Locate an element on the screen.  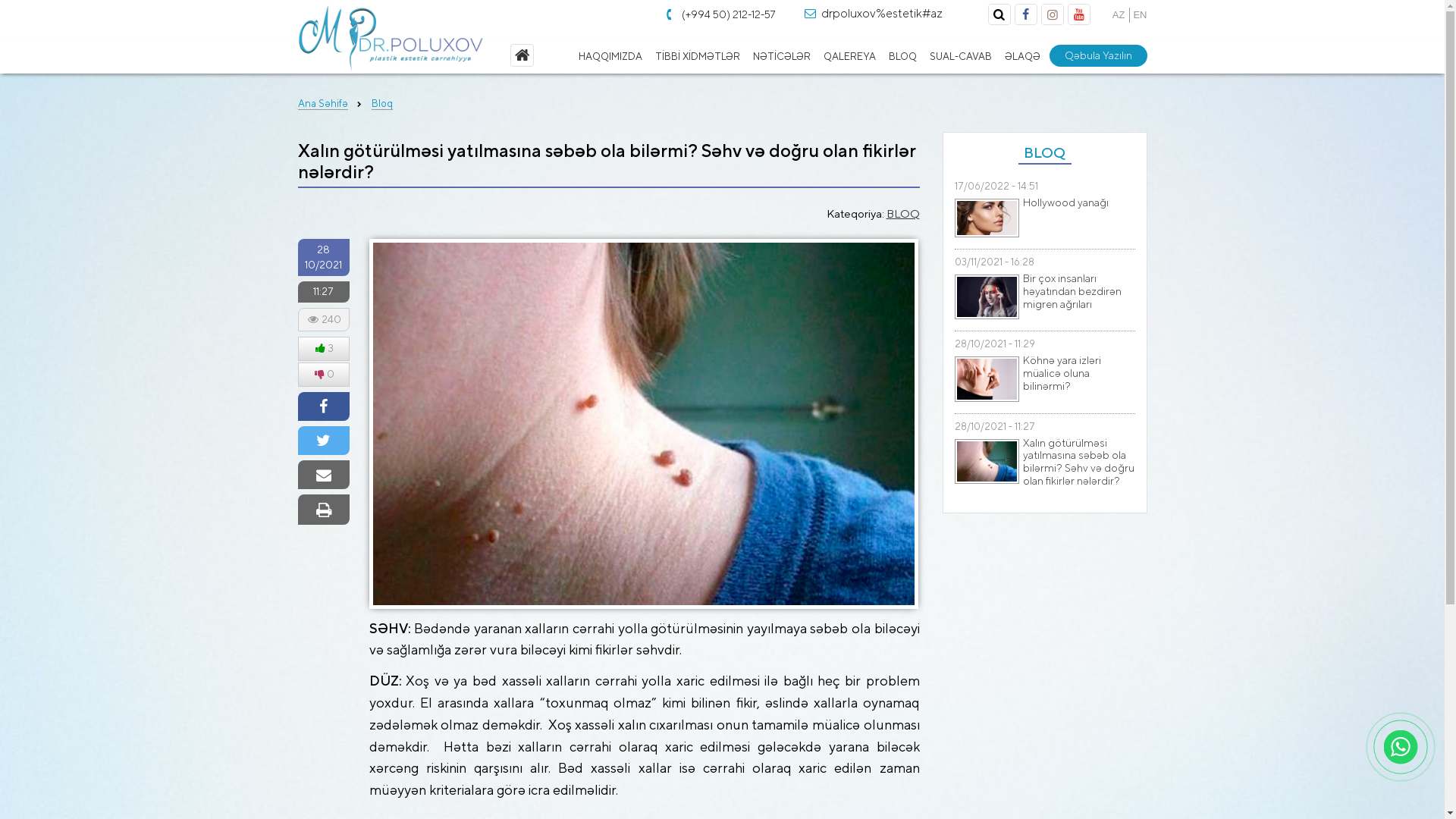
'Print' is located at coordinates (322, 510).